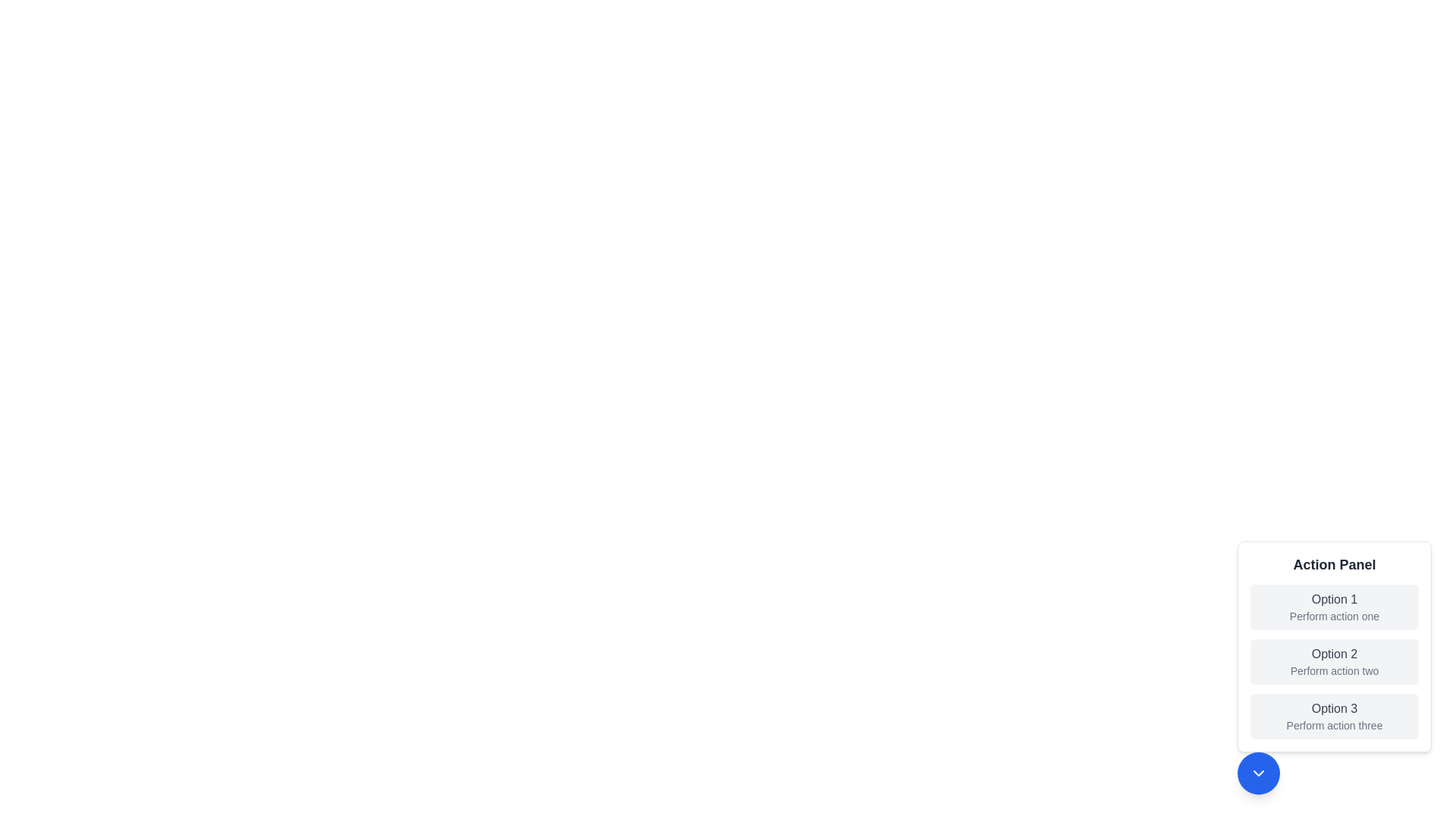  What do you see at coordinates (1335, 617) in the screenshot?
I see `the supplementary descriptive text label located under 'Option 1' in the 'Action Panel.'` at bounding box center [1335, 617].